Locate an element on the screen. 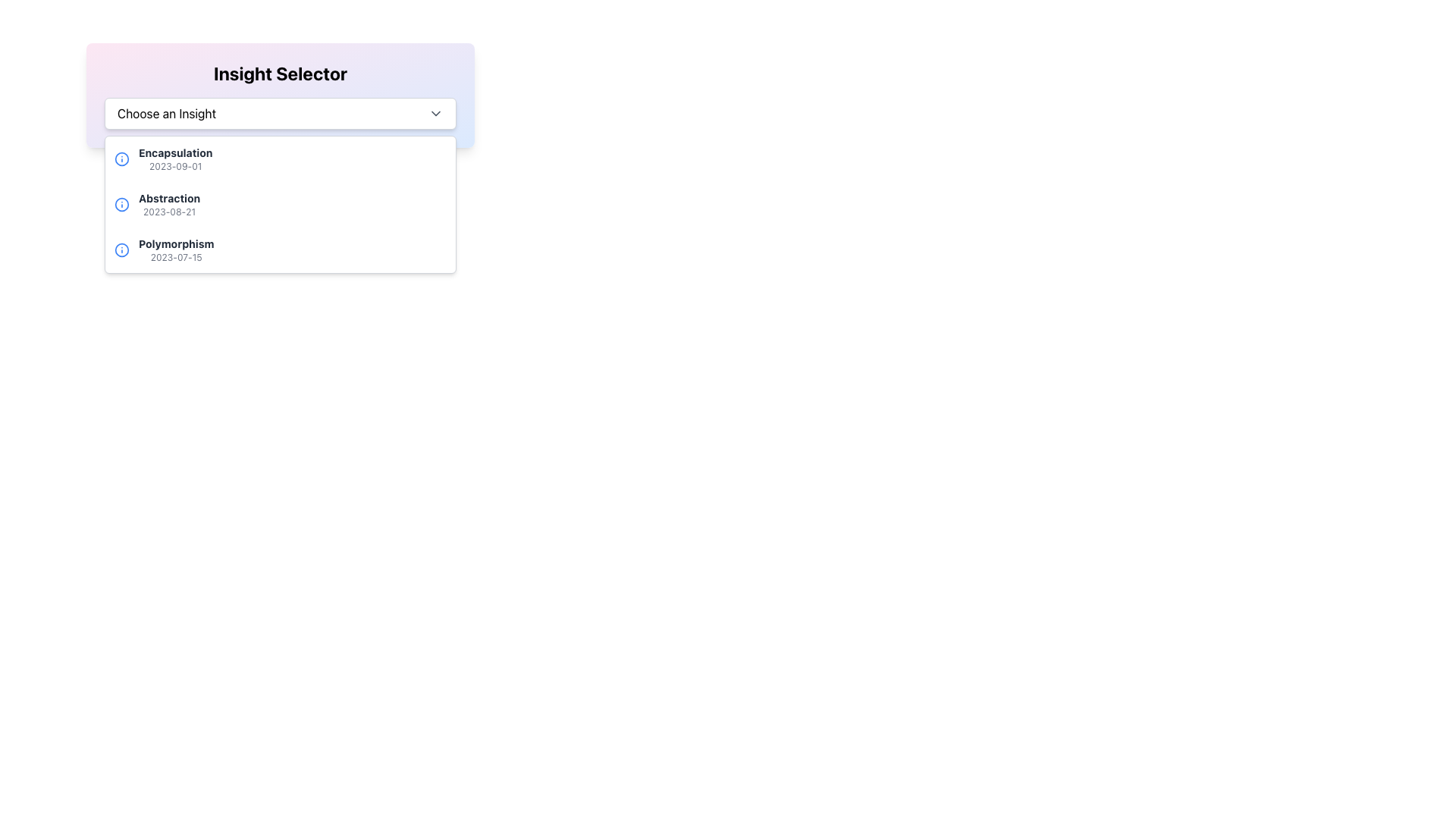 This screenshot has width=1456, height=819. the static text displaying the date for the 'Polymorphism' entry in the Insight Selector dropdown menu, located beneath the main label text is located at coordinates (176, 256).